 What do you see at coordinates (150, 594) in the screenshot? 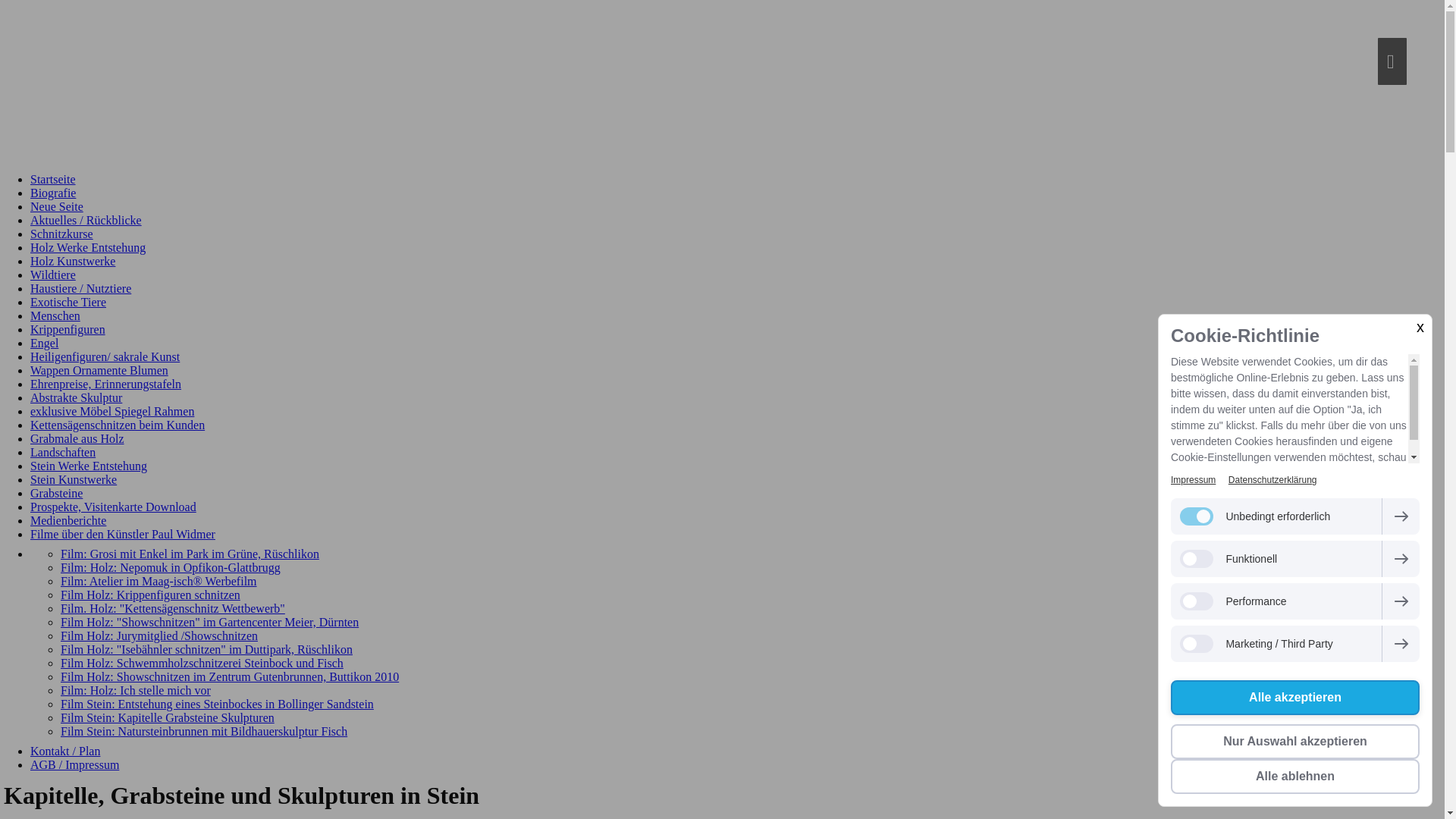
I see `'Film Holz: Krippenfiguren schnitzen'` at bounding box center [150, 594].